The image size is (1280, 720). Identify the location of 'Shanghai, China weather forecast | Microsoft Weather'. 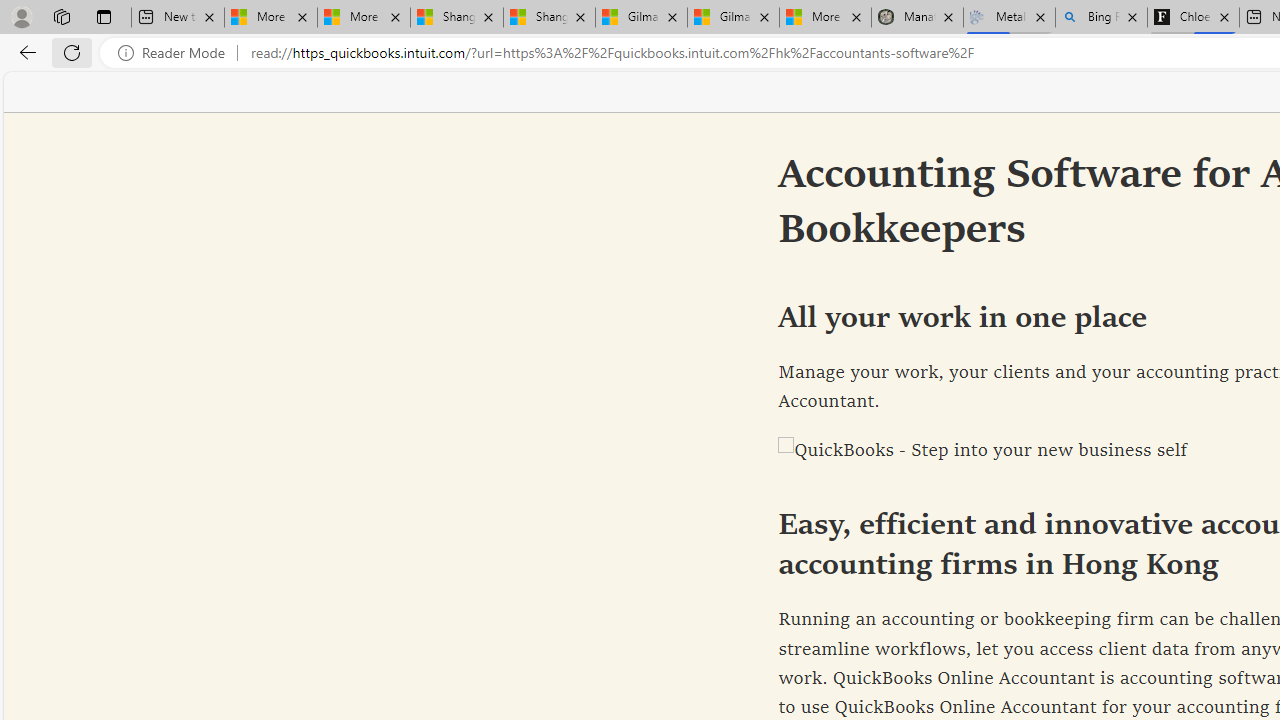
(549, 17).